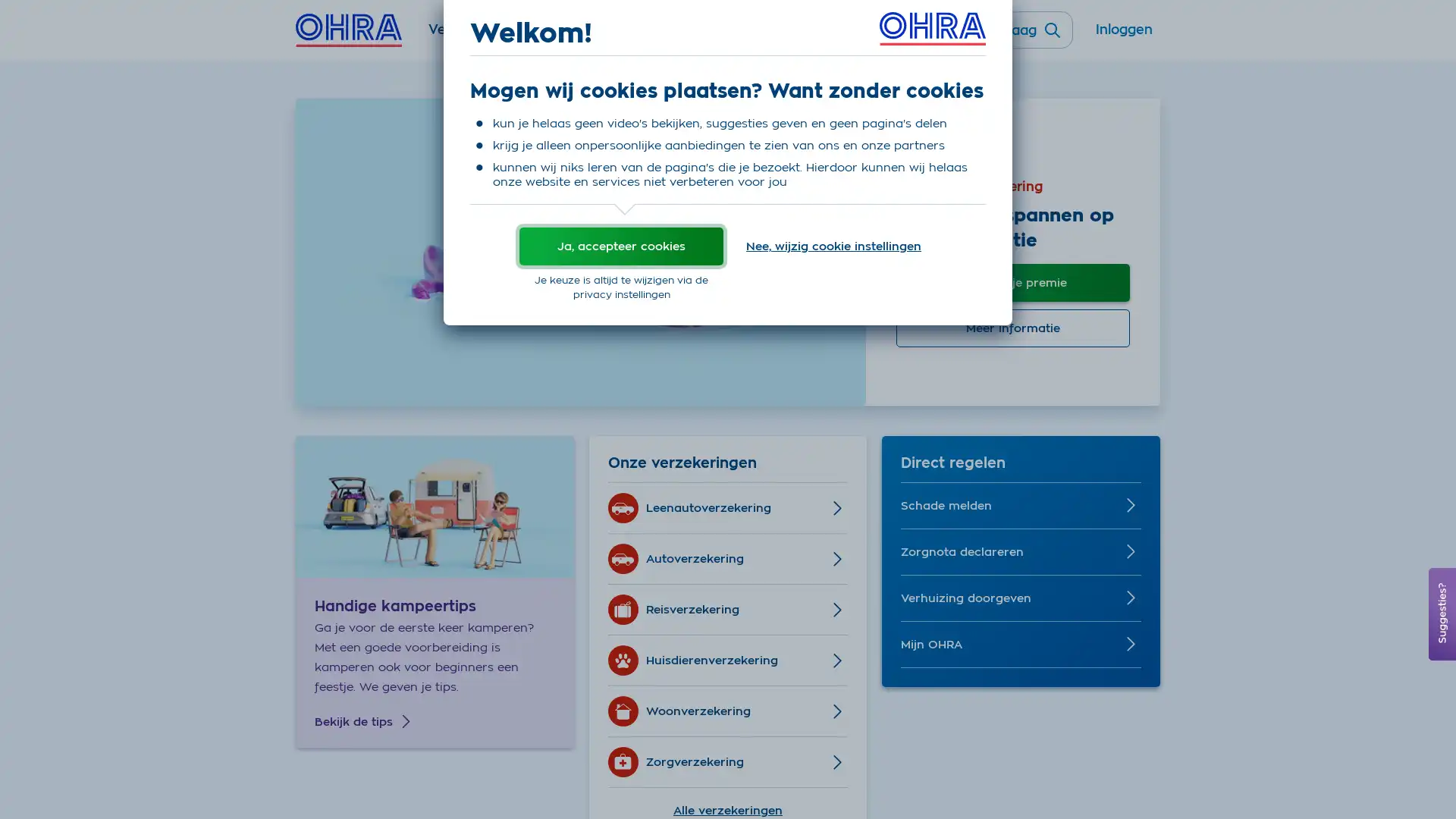 Image resolution: width=1456 pixels, height=819 pixels. Describe the element at coordinates (621, 245) in the screenshot. I see `Ja, accepteer cookies` at that location.